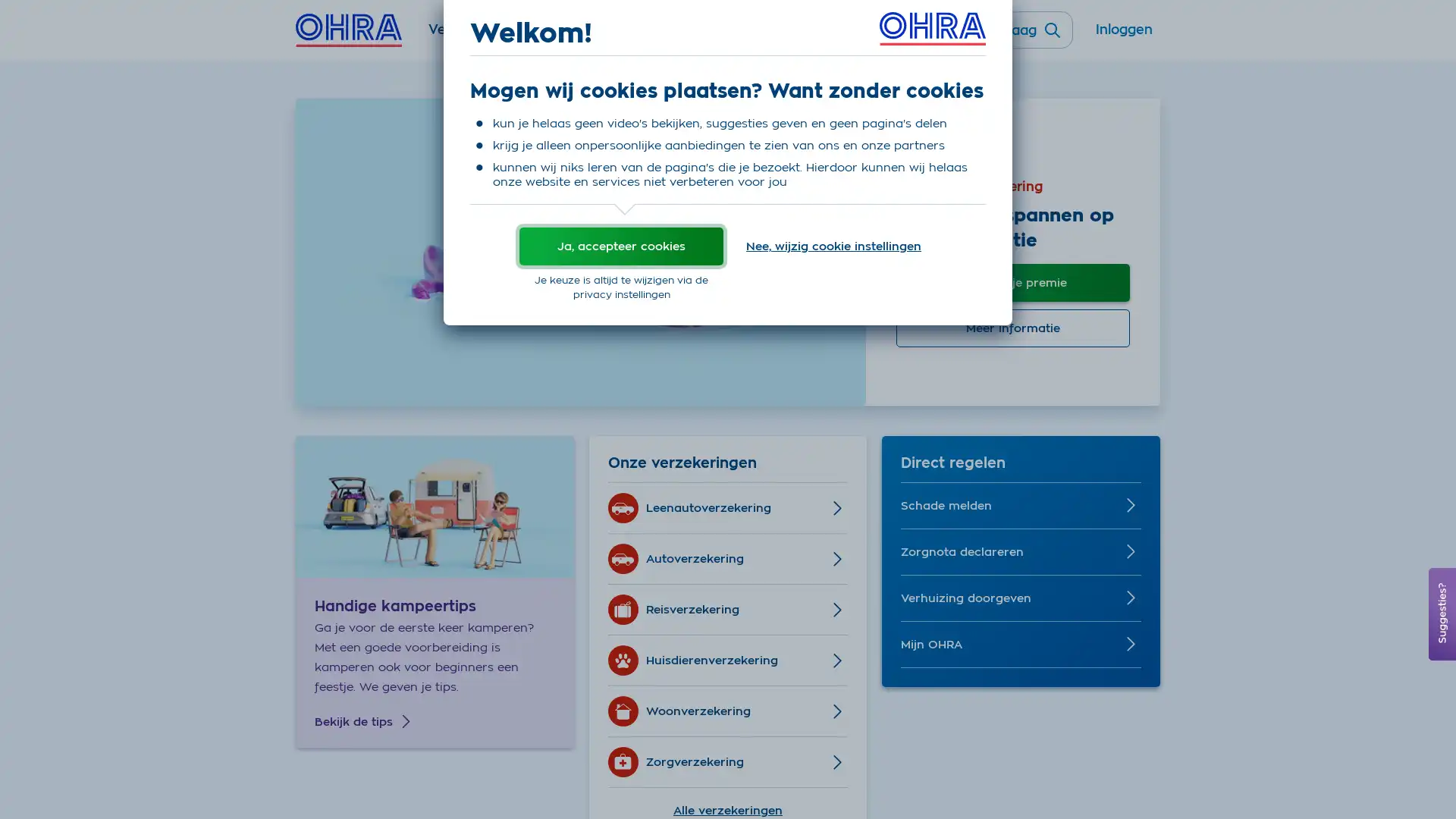 Image resolution: width=1456 pixels, height=819 pixels. Describe the element at coordinates (621, 245) in the screenshot. I see `Ja, accepteer cookies` at that location.